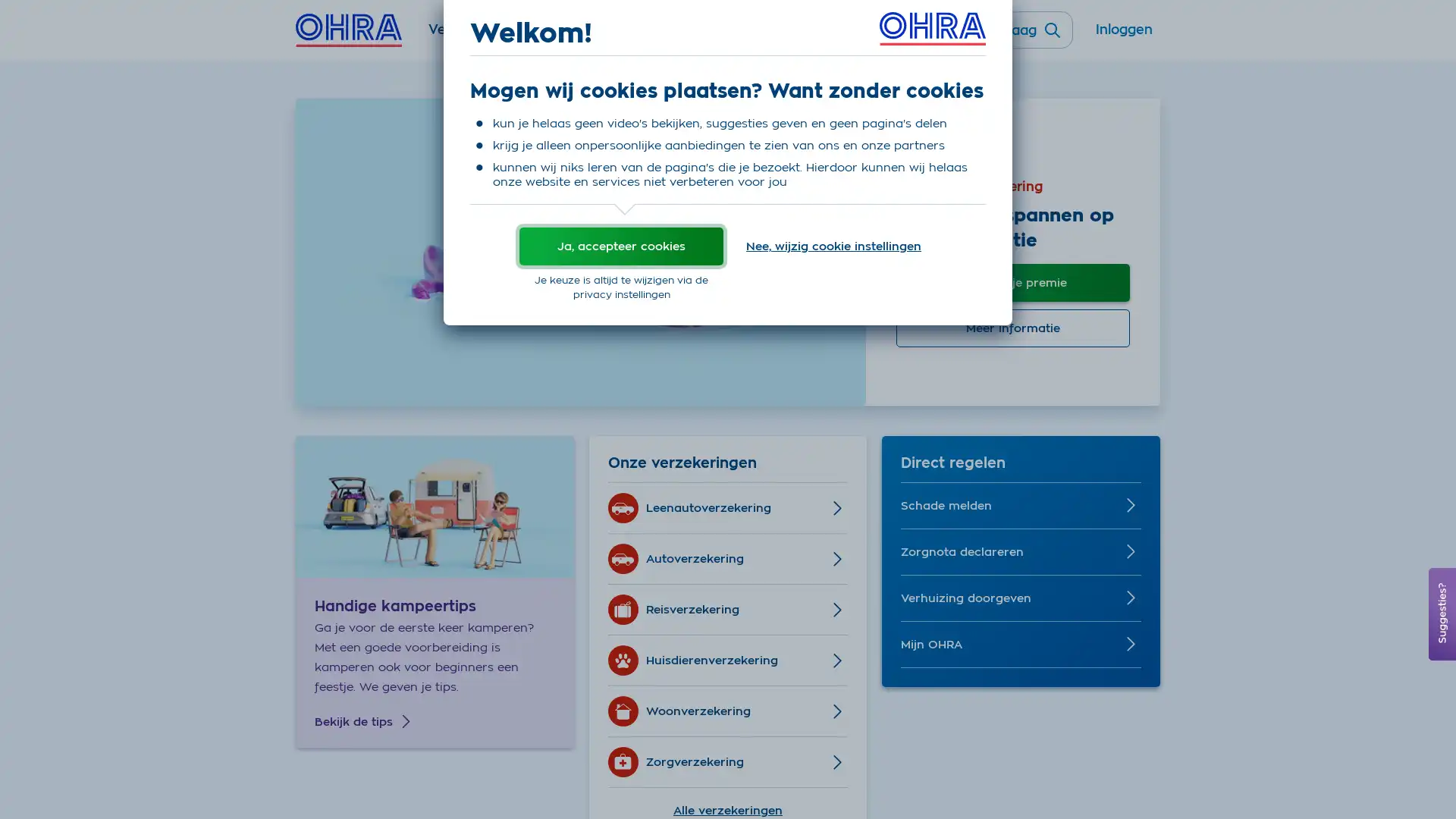 Image resolution: width=1456 pixels, height=819 pixels. Describe the element at coordinates (621, 245) in the screenshot. I see `Ja, accepteer cookies` at that location.